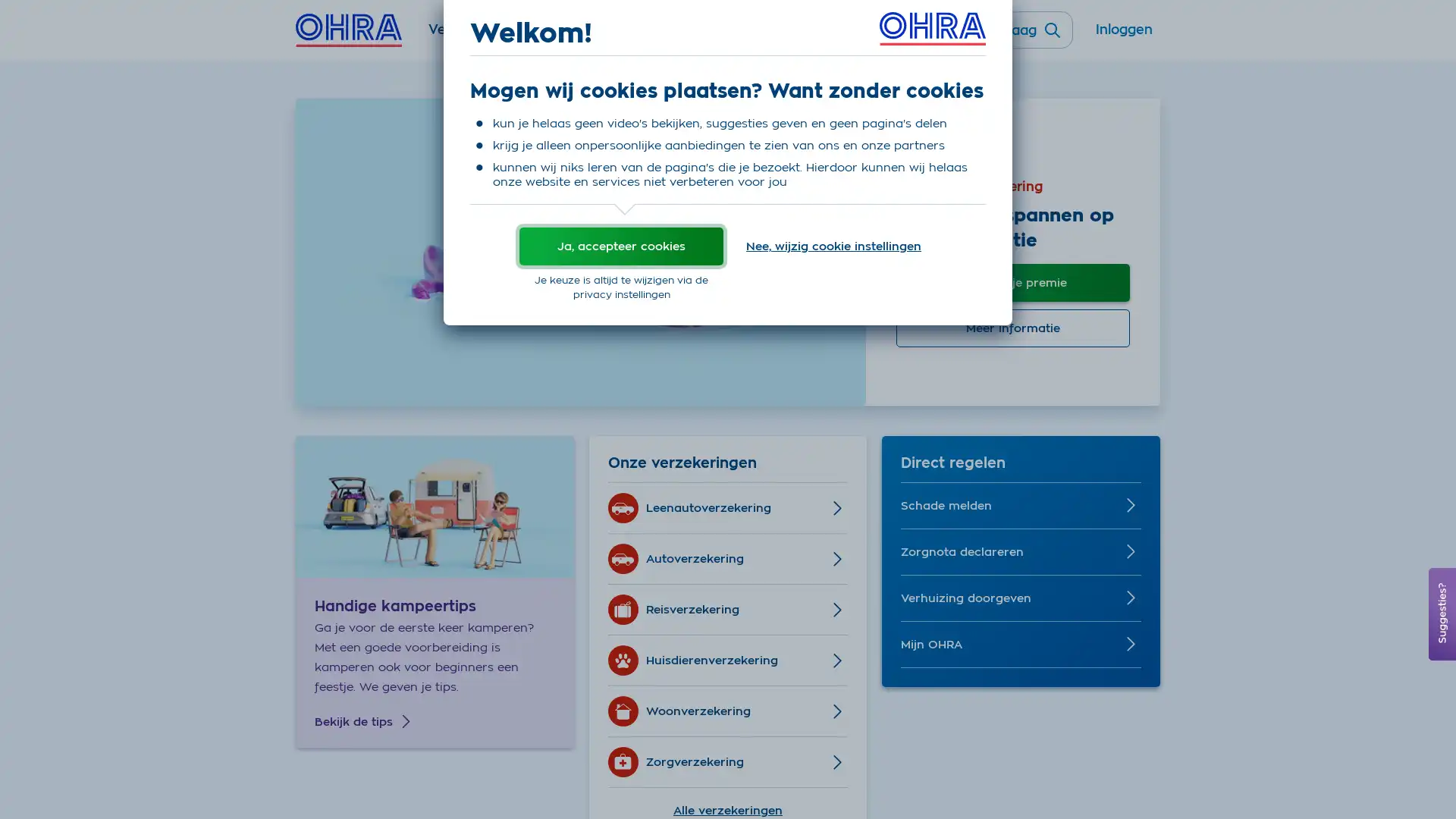 Image resolution: width=1456 pixels, height=819 pixels. Describe the element at coordinates (621, 245) in the screenshot. I see `Ja, accepteer cookies` at that location.